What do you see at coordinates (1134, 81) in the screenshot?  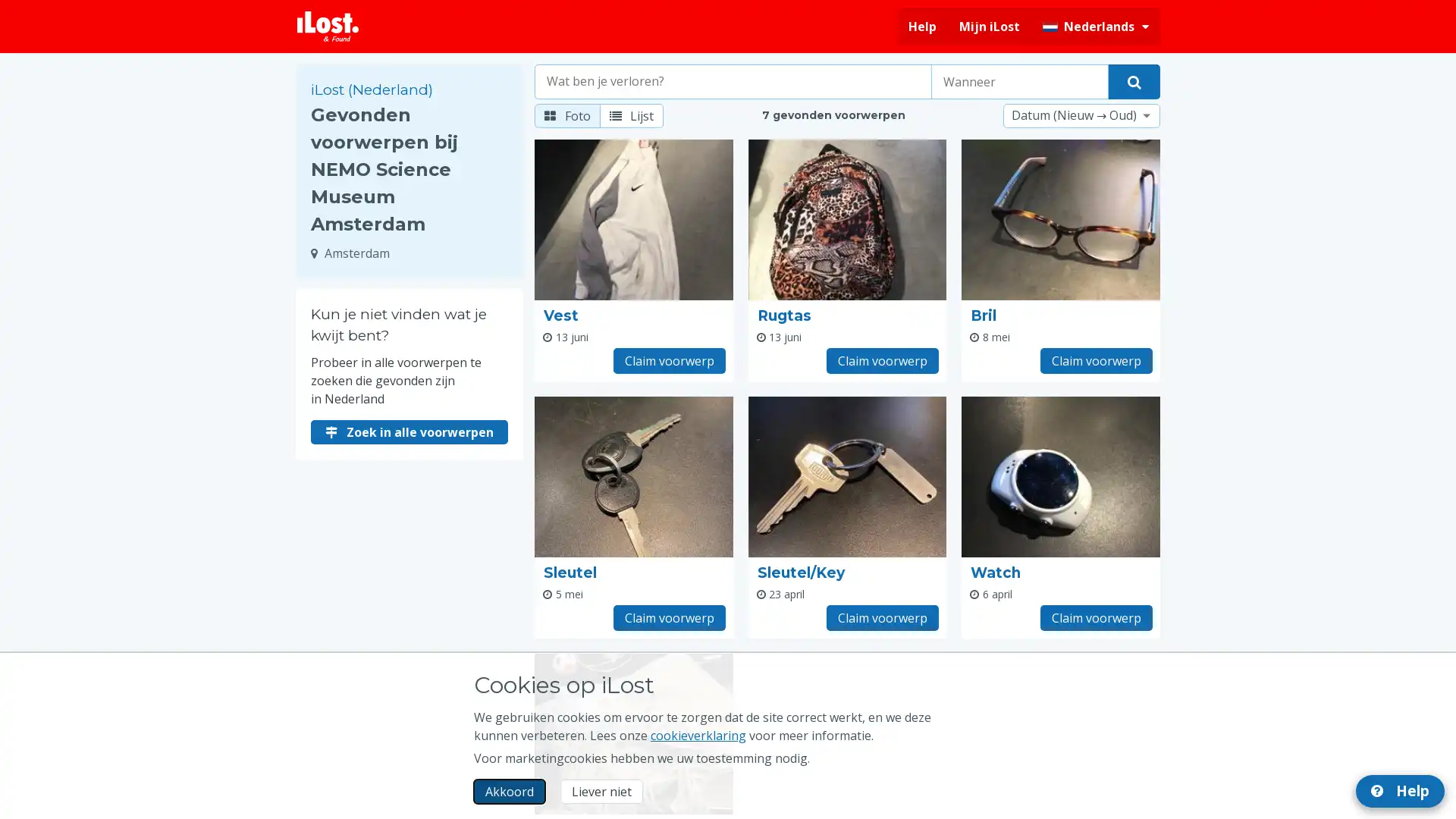 I see `Vind je voorwerp` at bounding box center [1134, 81].